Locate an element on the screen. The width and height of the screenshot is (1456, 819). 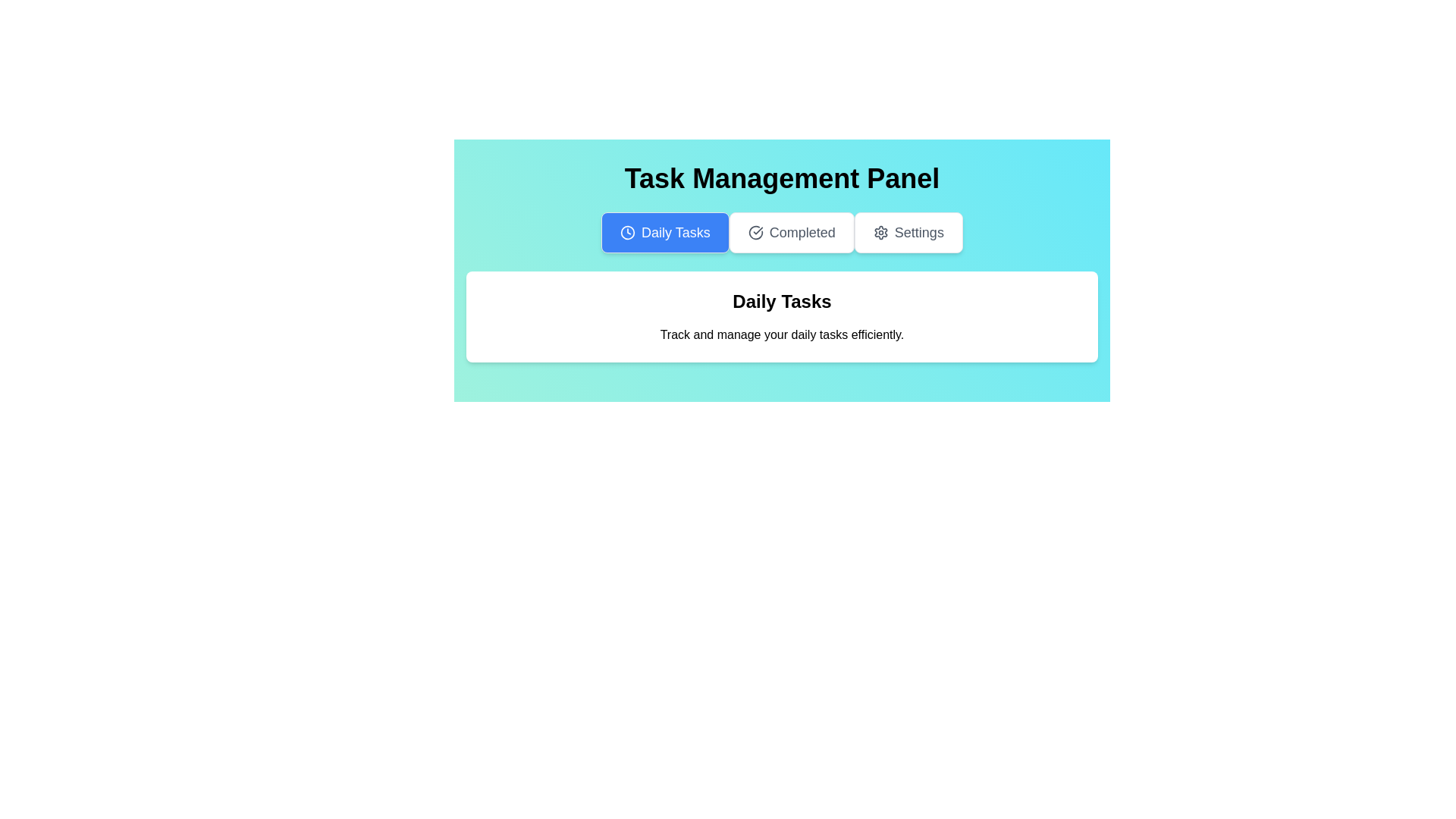
the clock icon located to the left of the 'Daily Tasks' button in the header section is located at coordinates (628, 233).